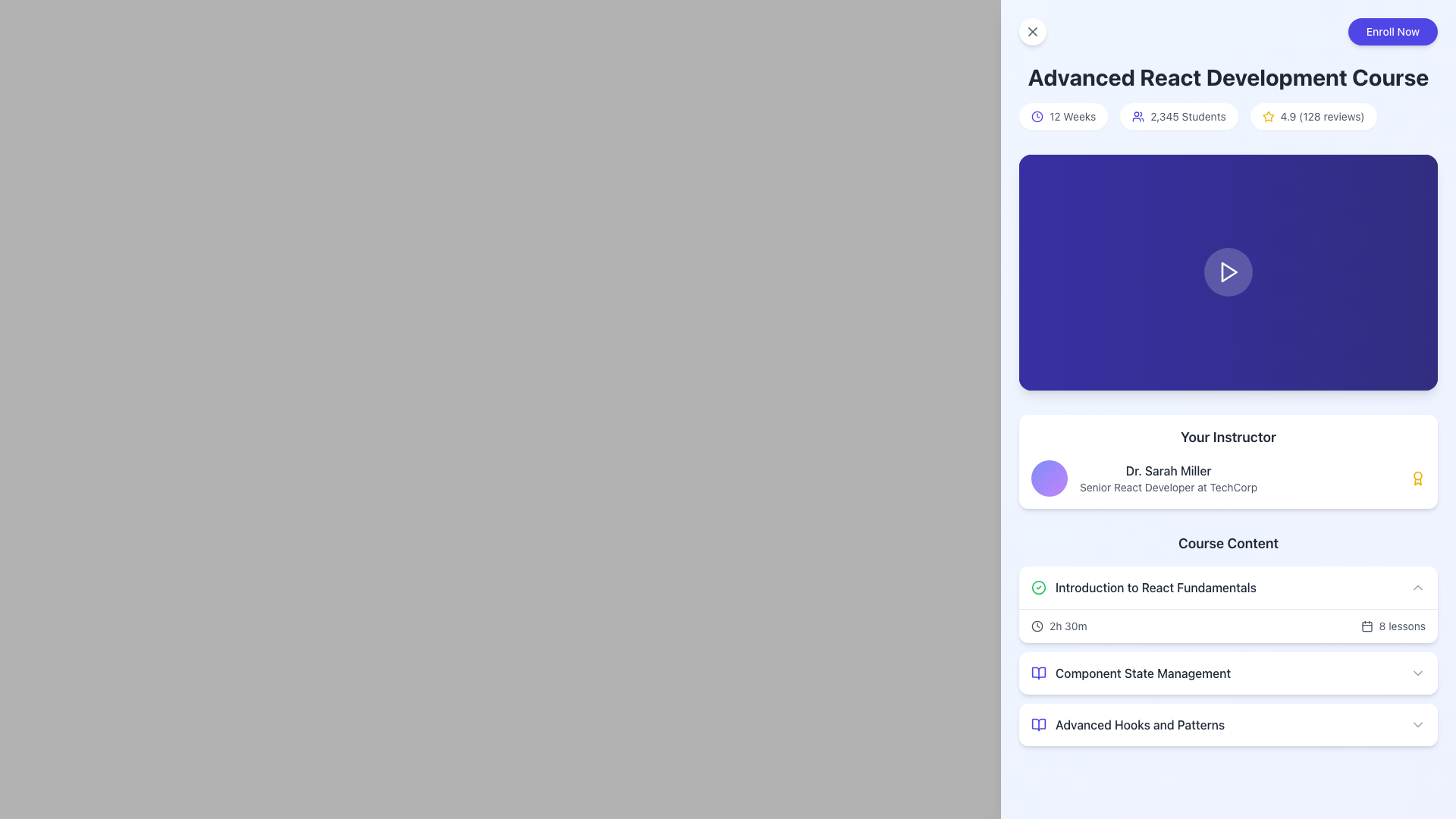  I want to click on the toggle button (chevron icon) located in the top-right corner of the 'Introduction to React Fundamentals' section, so click(1417, 586).